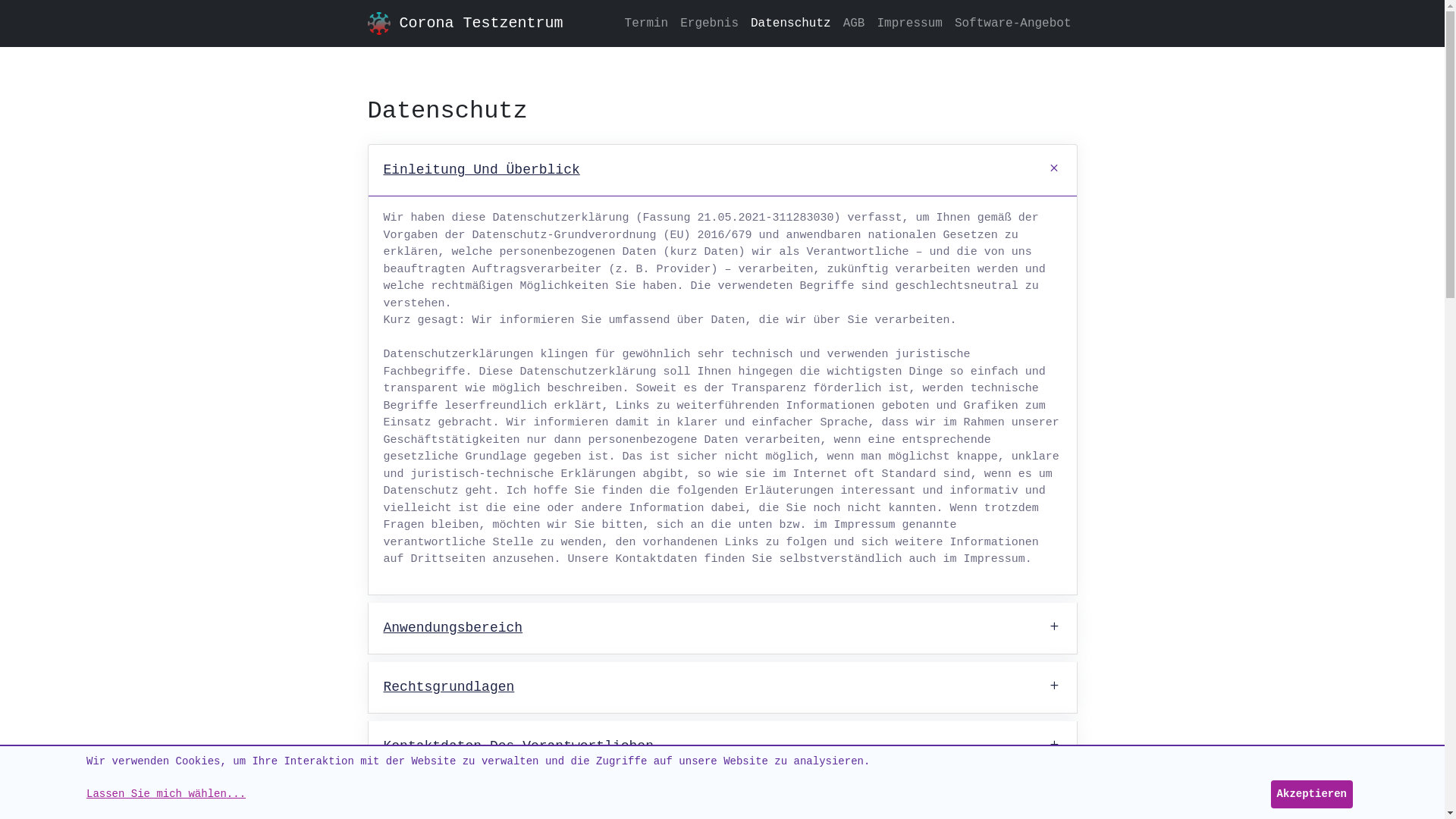 The image size is (1456, 819). What do you see at coordinates (722, 687) in the screenshot?
I see `'Rechtsgrundlagen'` at bounding box center [722, 687].